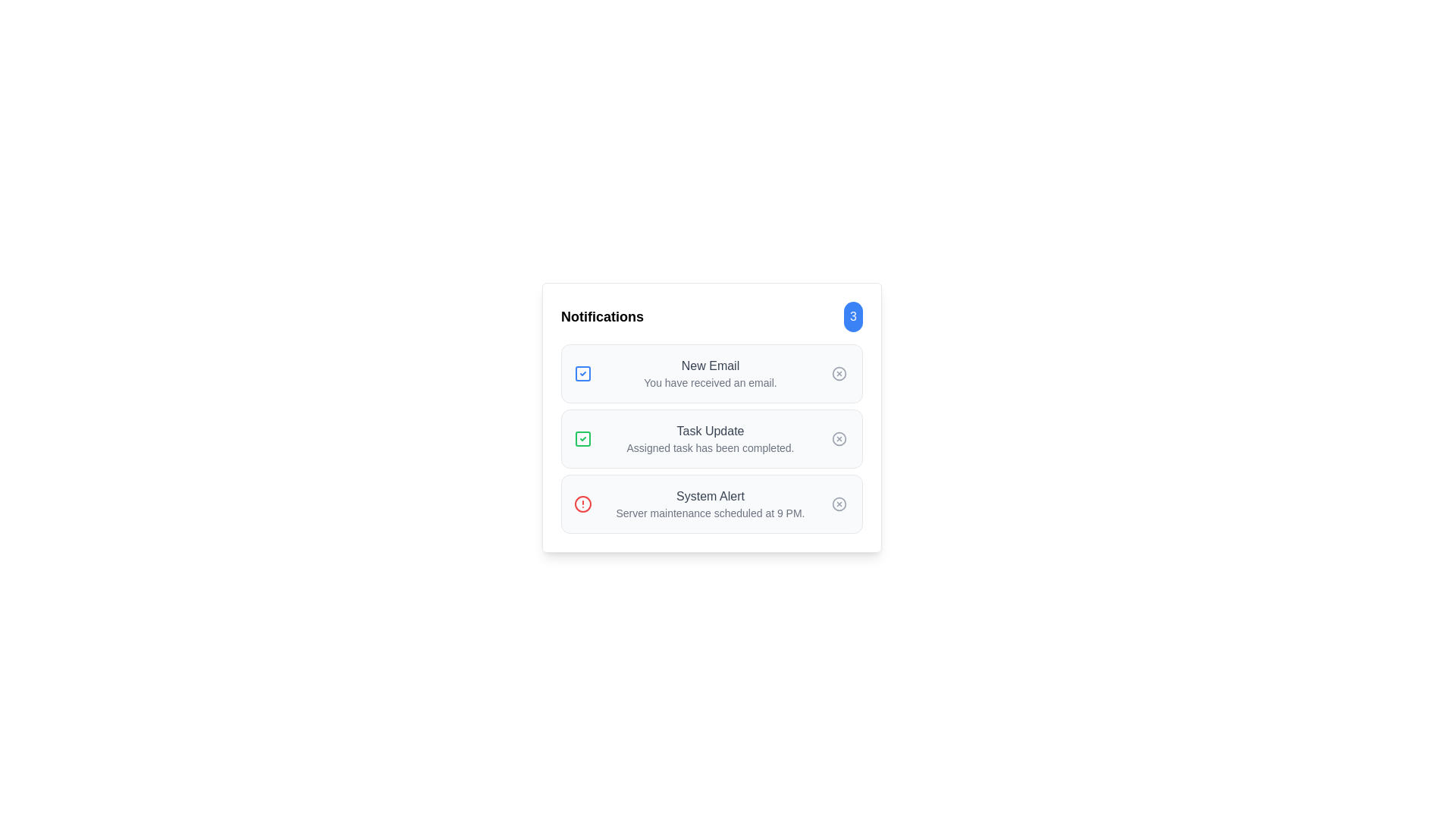 Image resolution: width=1456 pixels, height=819 pixels. I want to click on the text label displaying 'You have received an email.' which is styled in a subdued gray color and positioned directly beneath the 'New Email' heading, so click(709, 382).